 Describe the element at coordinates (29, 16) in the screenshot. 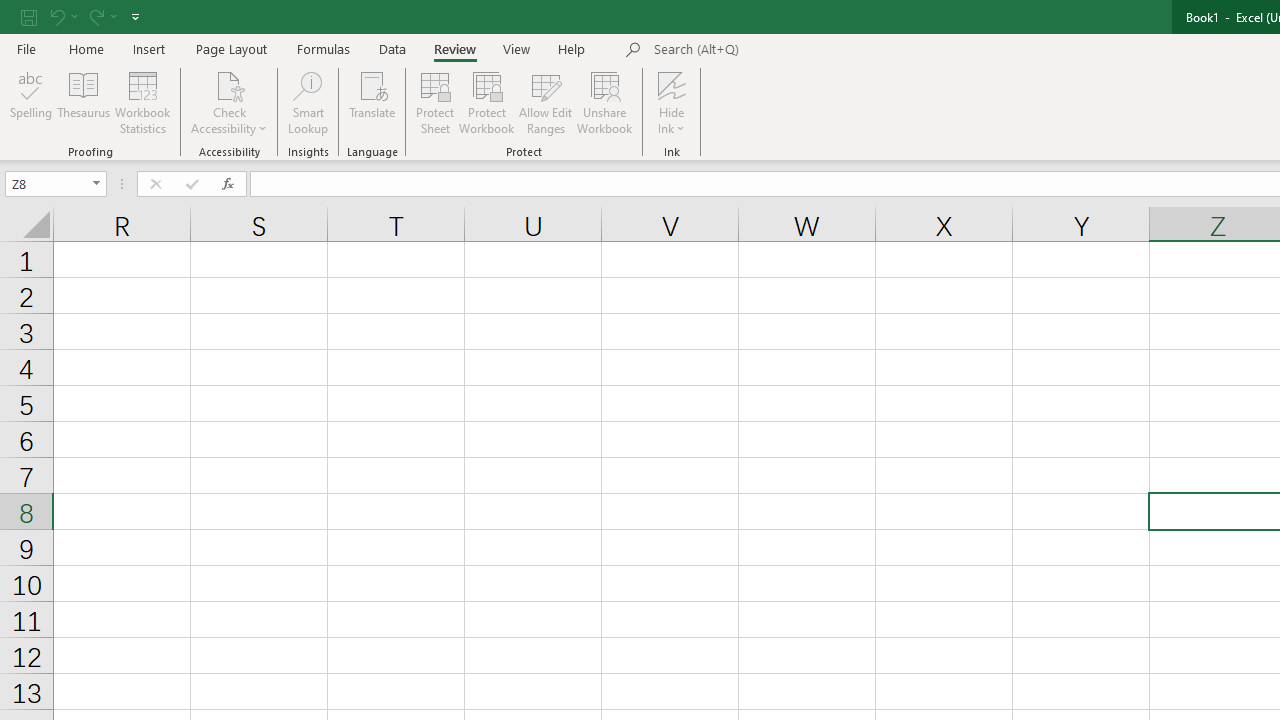

I see `'Save'` at that location.